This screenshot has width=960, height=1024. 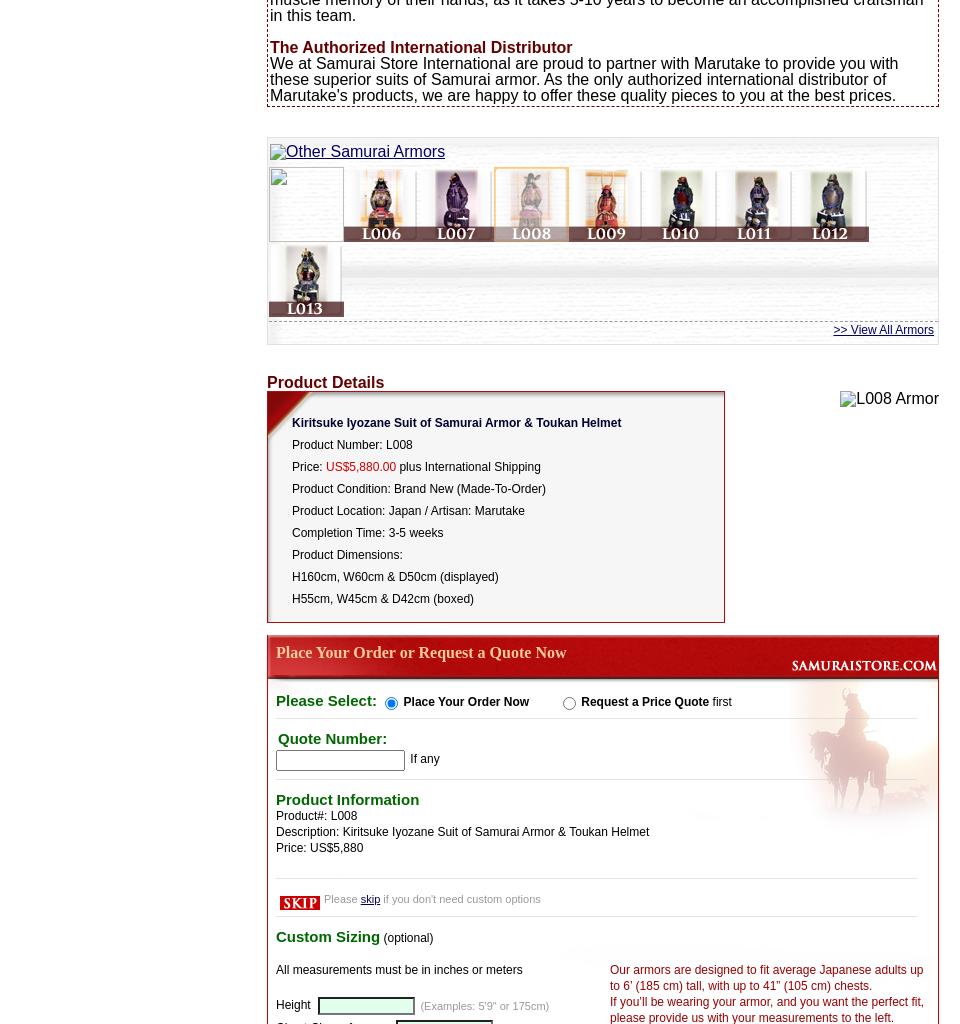 I want to click on 'Quote Number:', so click(x=277, y=736).